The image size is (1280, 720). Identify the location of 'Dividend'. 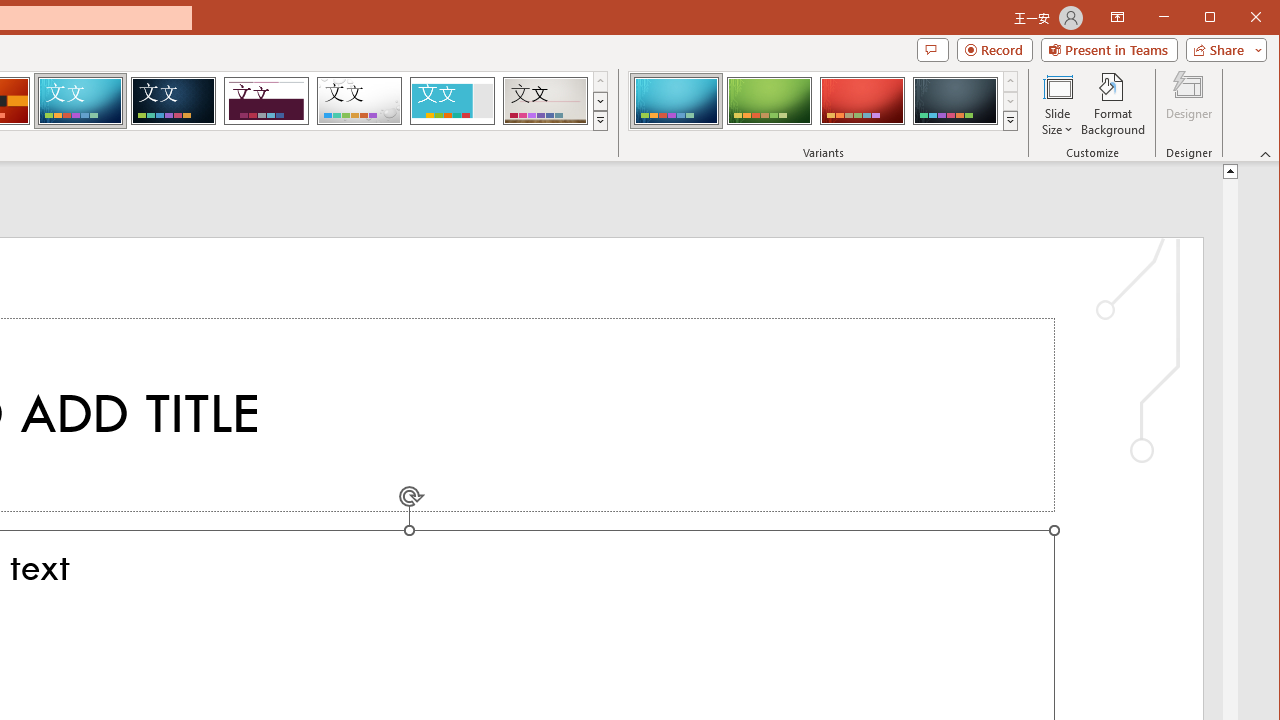
(265, 100).